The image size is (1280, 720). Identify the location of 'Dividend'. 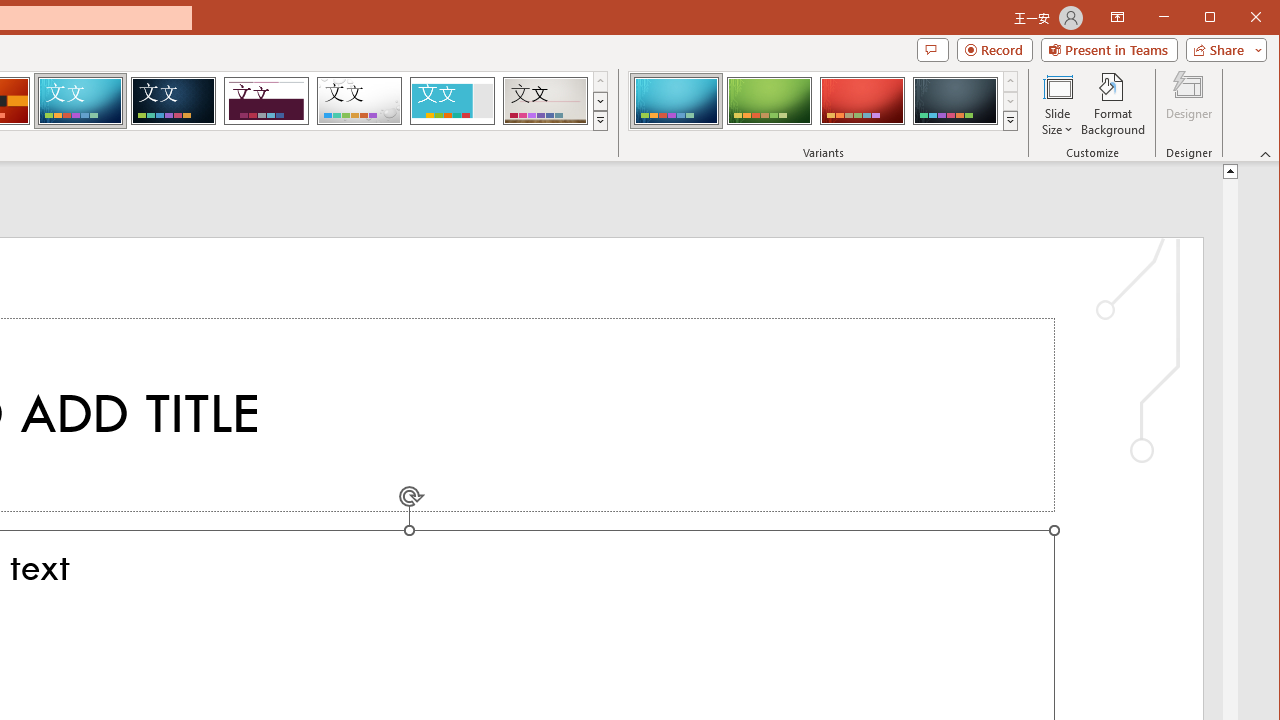
(265, 100).